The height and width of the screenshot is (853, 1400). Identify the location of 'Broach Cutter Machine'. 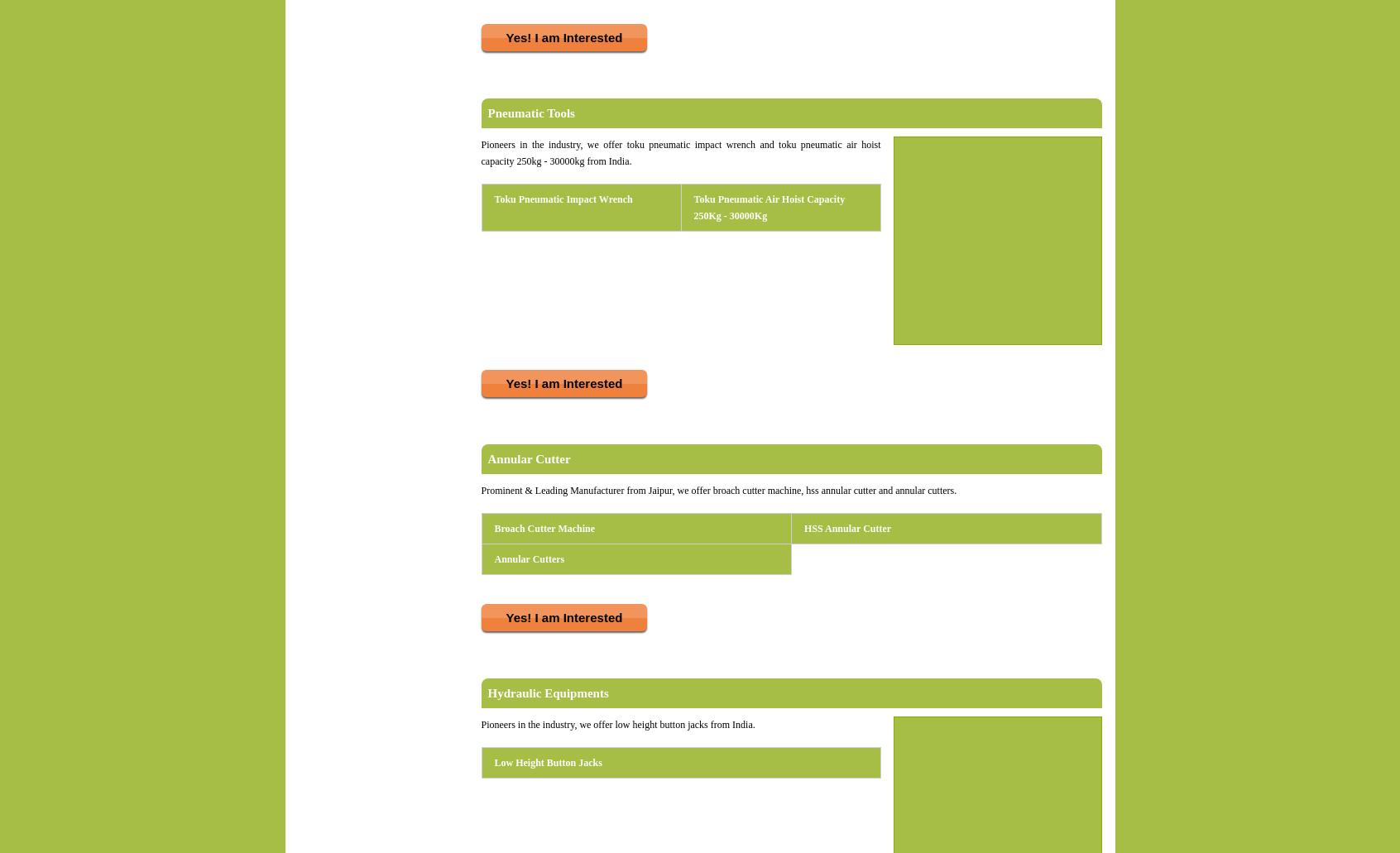
(544, 529).